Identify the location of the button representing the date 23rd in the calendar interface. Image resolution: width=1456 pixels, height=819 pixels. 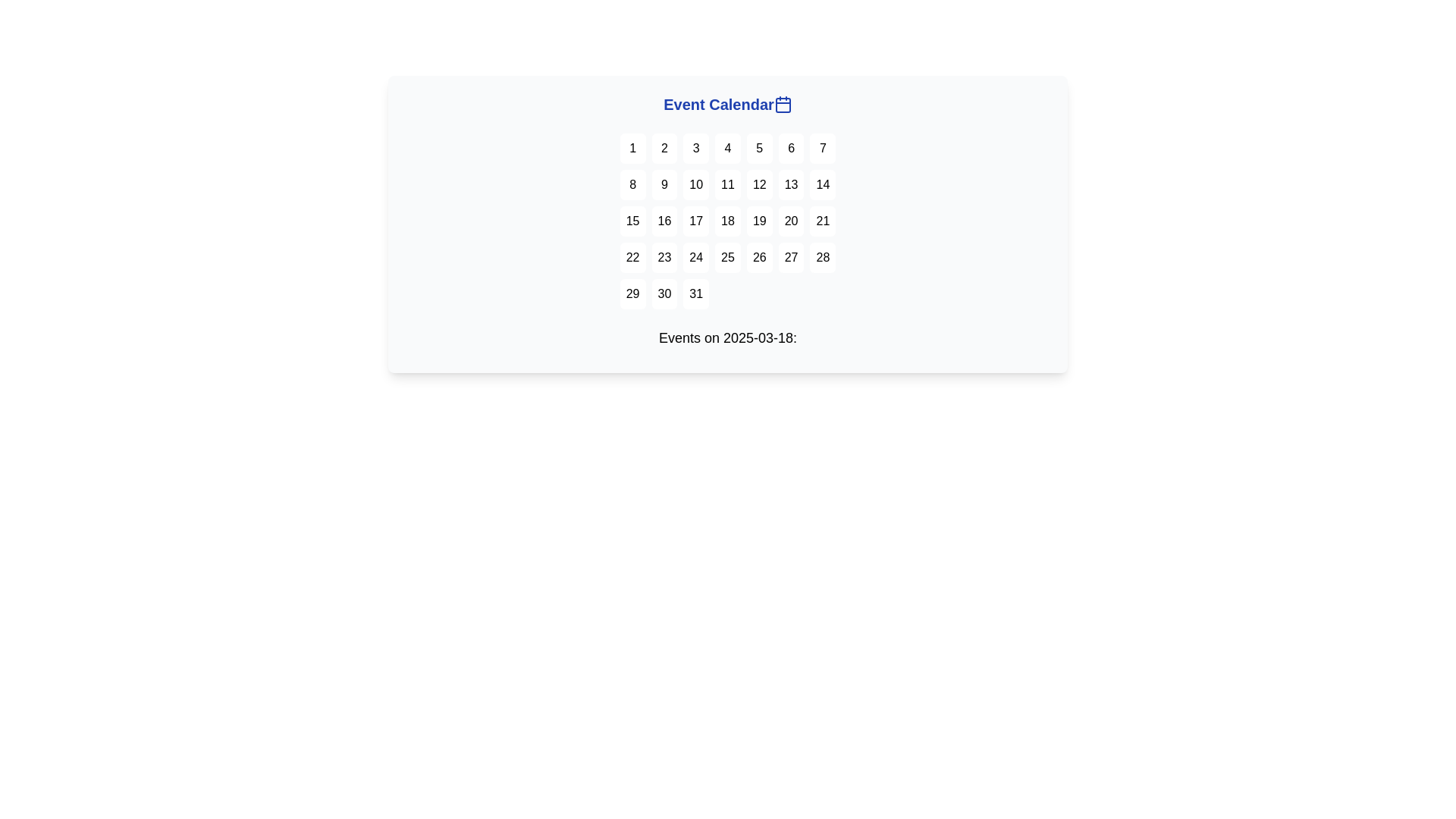
(664, 256).